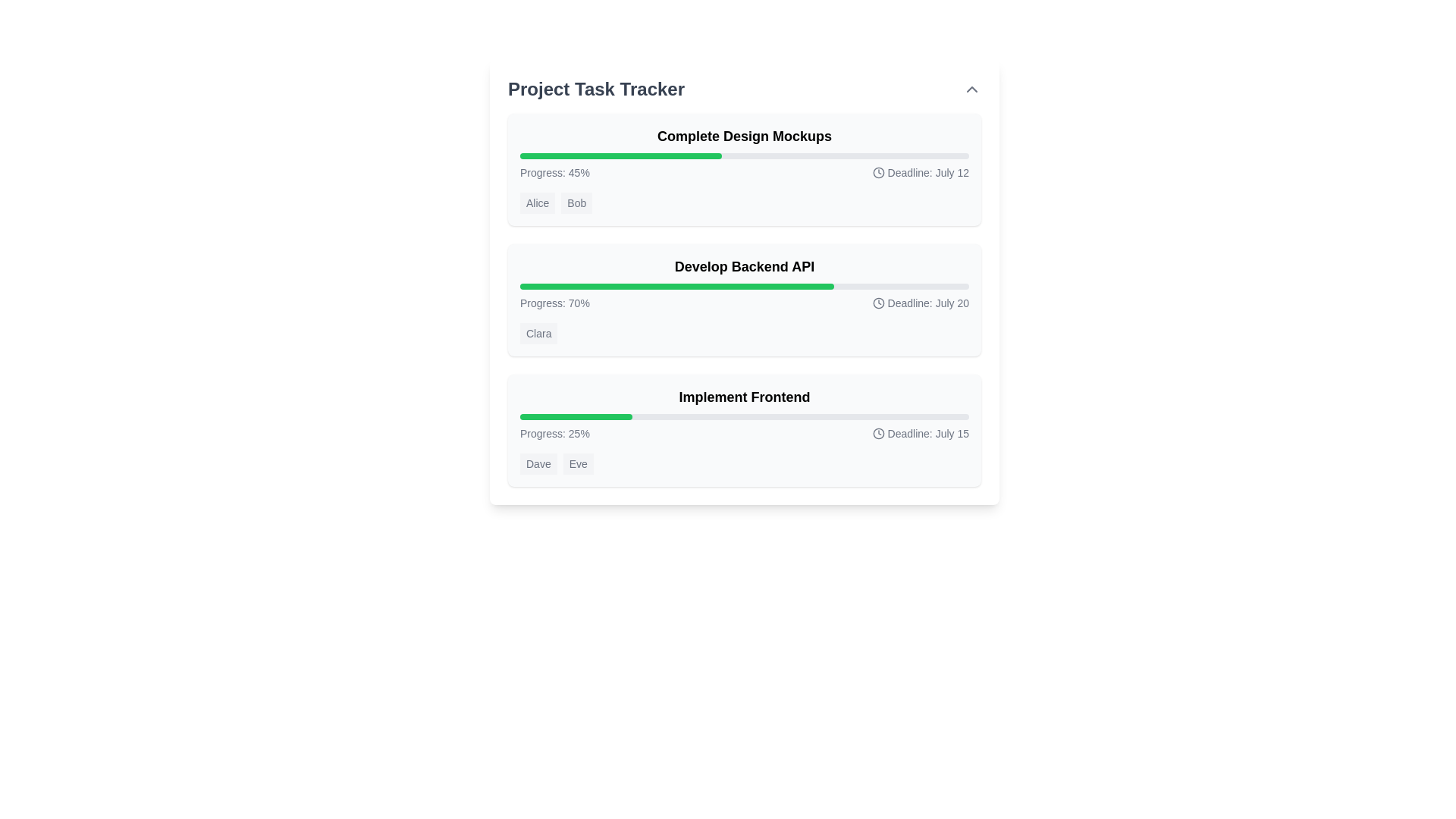 Image resolution: width=1456 pixels, height=819 pixels. Describe the element at coordinates (745, 171) in the screenshot. I see `the Status indicator that shows 'Progress: 45%' on the left and 'Deadline: July 12' on the right, which is located below the progress bar and above the contributors 'Alice' and 'Bob'` at that location.